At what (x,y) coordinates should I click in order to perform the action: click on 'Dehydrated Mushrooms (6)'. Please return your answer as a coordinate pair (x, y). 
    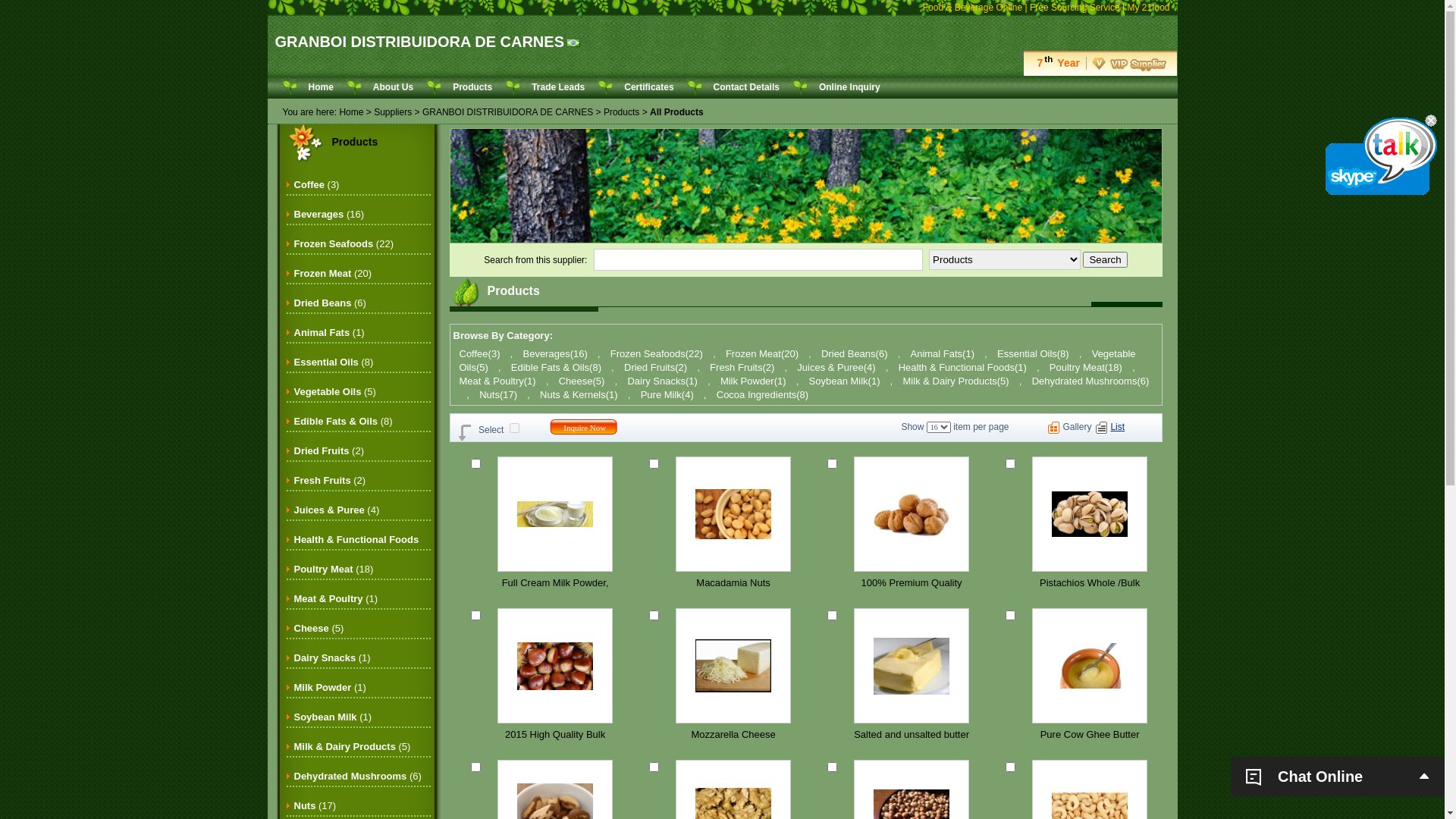
    Looking at the image, I should click on (294, 776).